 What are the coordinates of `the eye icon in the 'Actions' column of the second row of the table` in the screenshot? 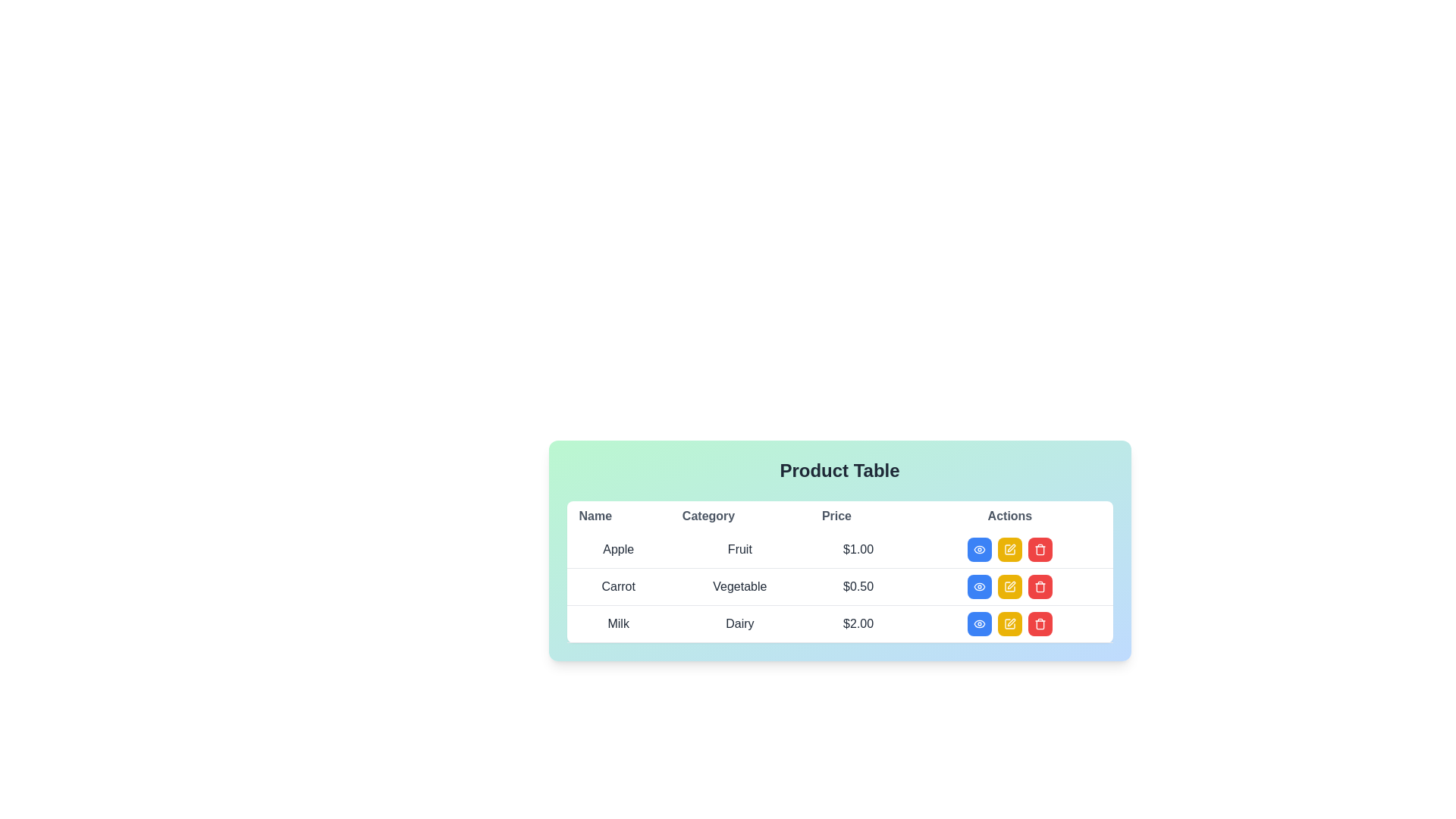 It's located at (979, 586).